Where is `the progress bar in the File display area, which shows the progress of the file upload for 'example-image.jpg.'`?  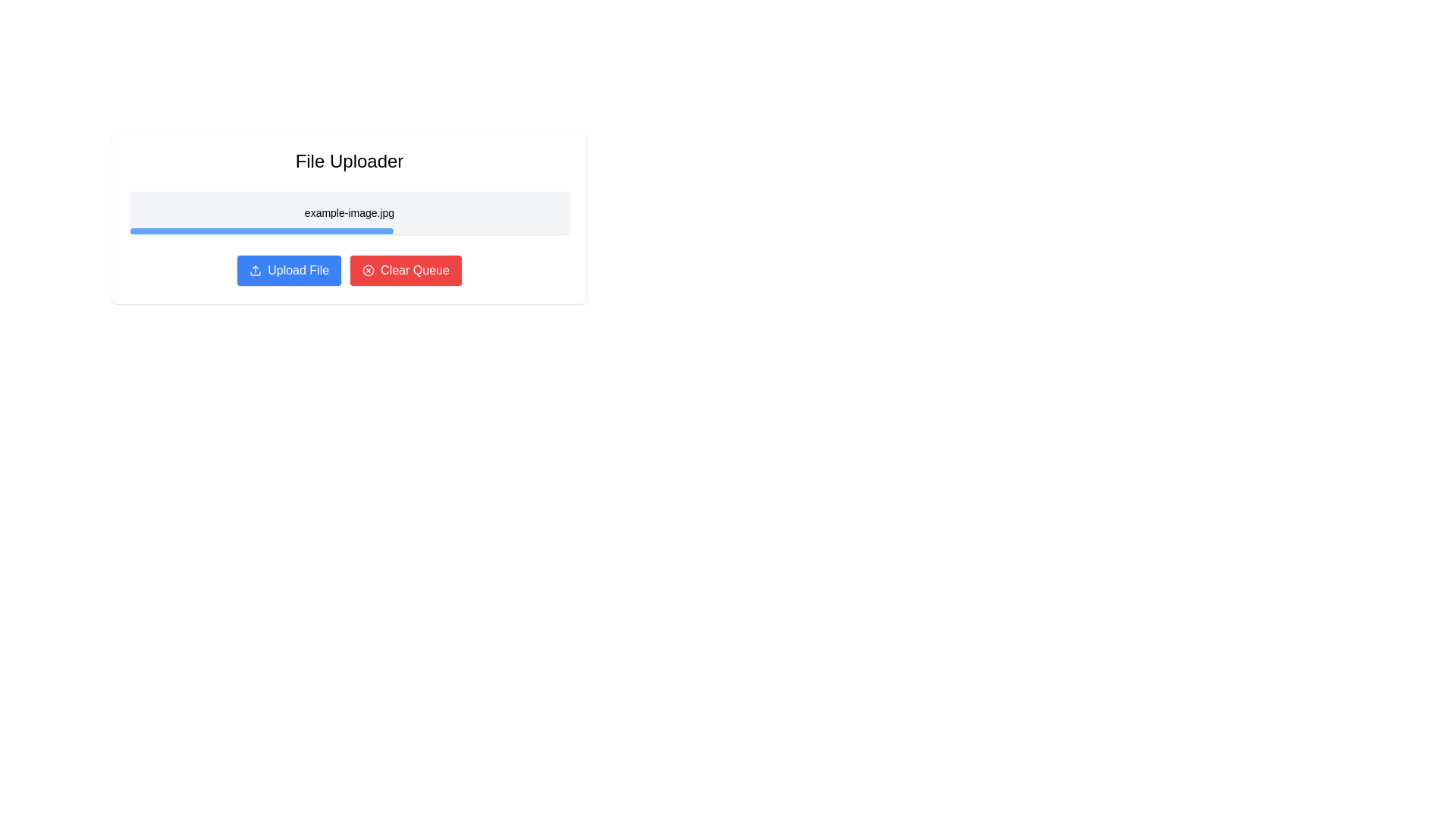 the progress bar in the File display area, which shows the progress of the file upload for 'example-image.jpg.' is located at coordinates (348, 217).